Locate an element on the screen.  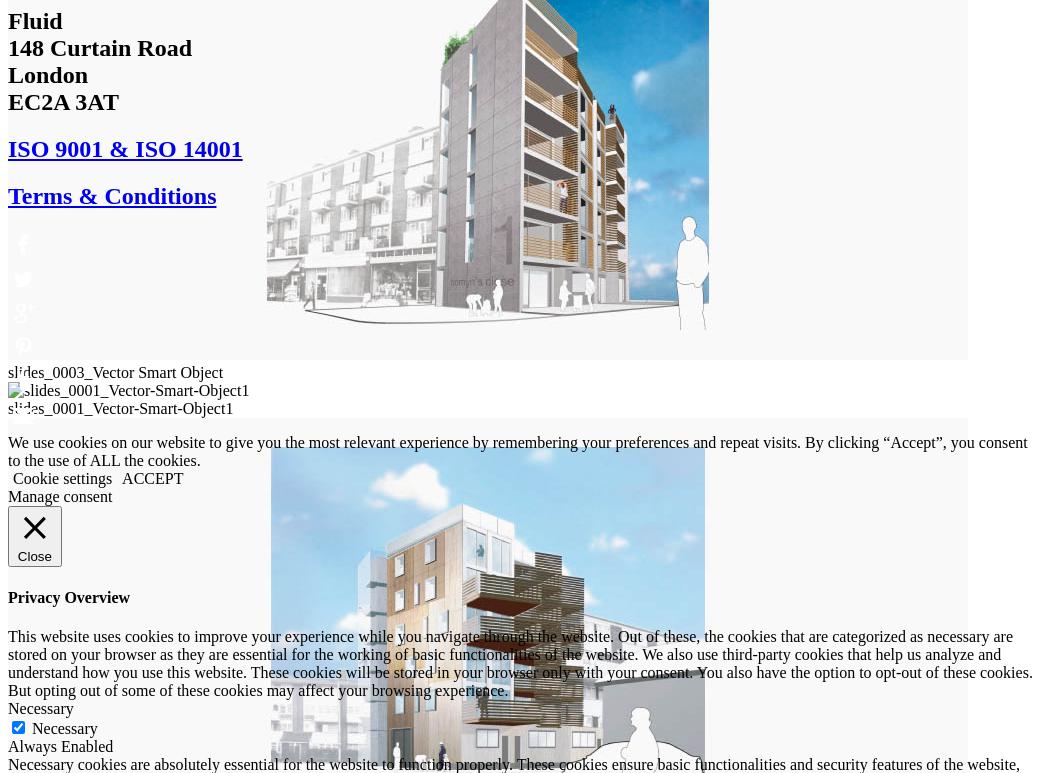
'Always Enabled' is located at coordinates (59, 744).